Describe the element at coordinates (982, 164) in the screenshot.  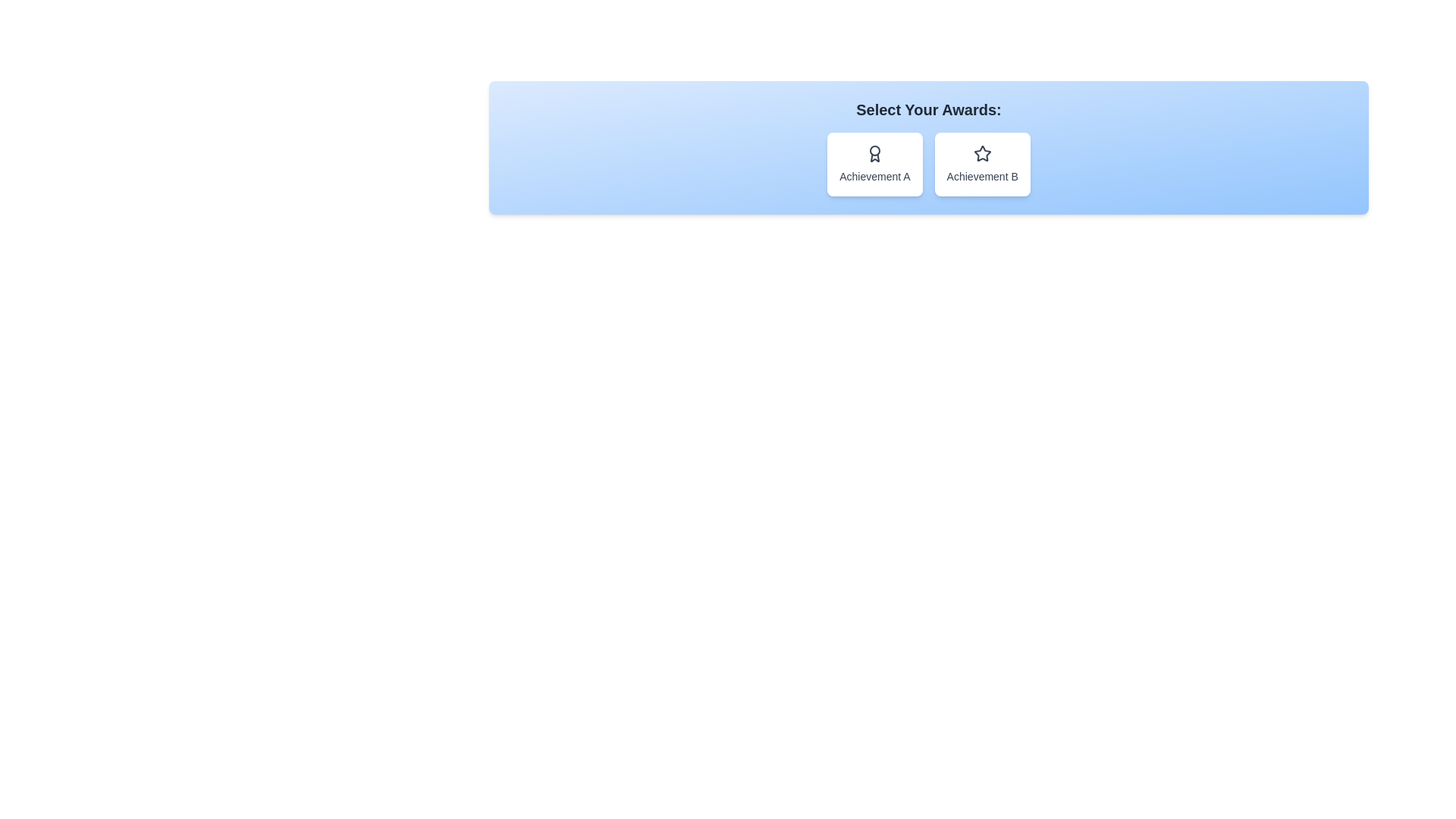
I see `the button labeled 'Achievement B' to toggle its selection` at that location.